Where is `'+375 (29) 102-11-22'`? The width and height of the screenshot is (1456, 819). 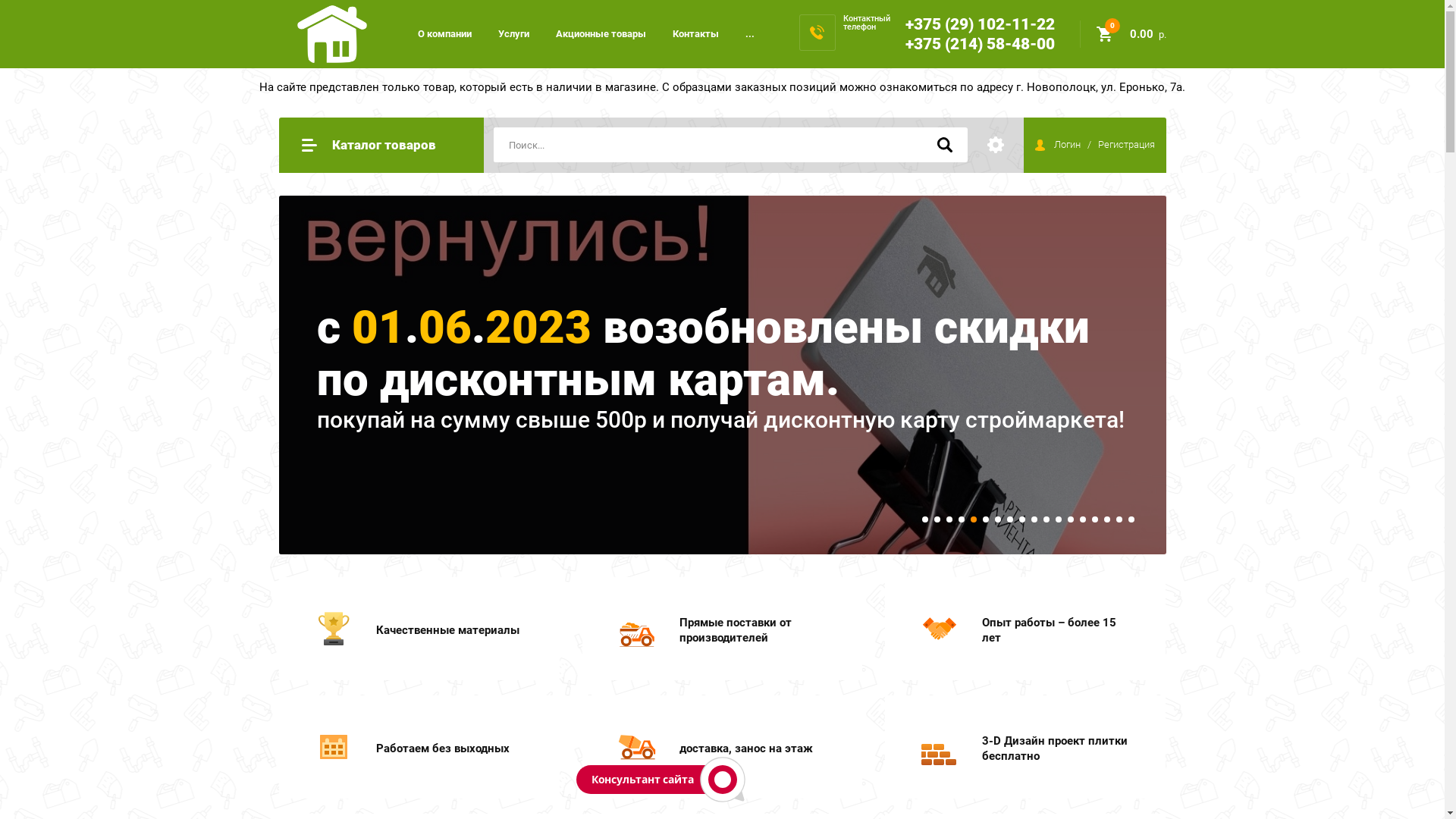
'+375 (29) 102-11-22' is located at coordinates (905, 24).